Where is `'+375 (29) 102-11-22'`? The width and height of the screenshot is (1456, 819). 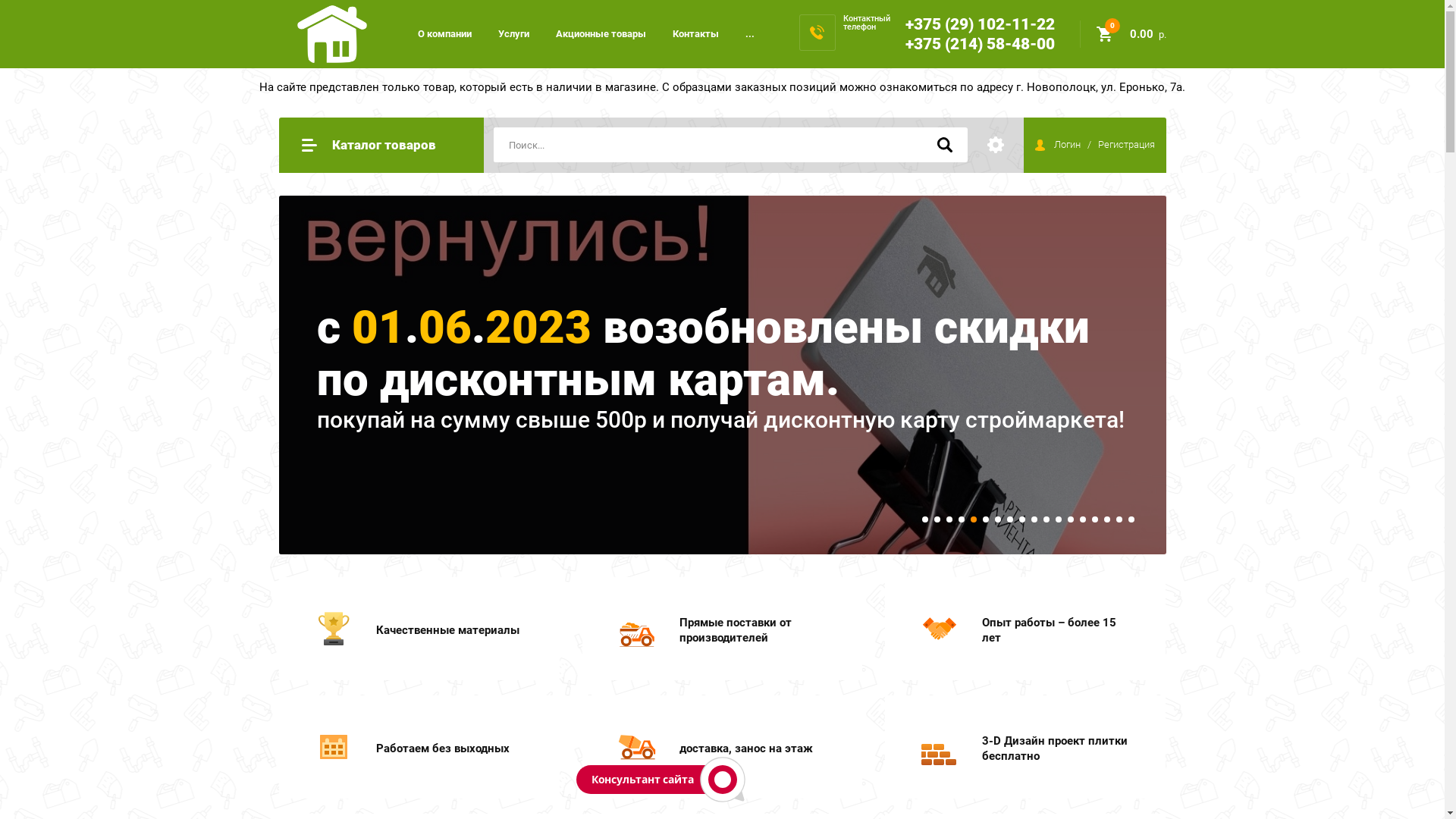
'+375 (29) 102-11-22' is located at coordinates (905, 24).